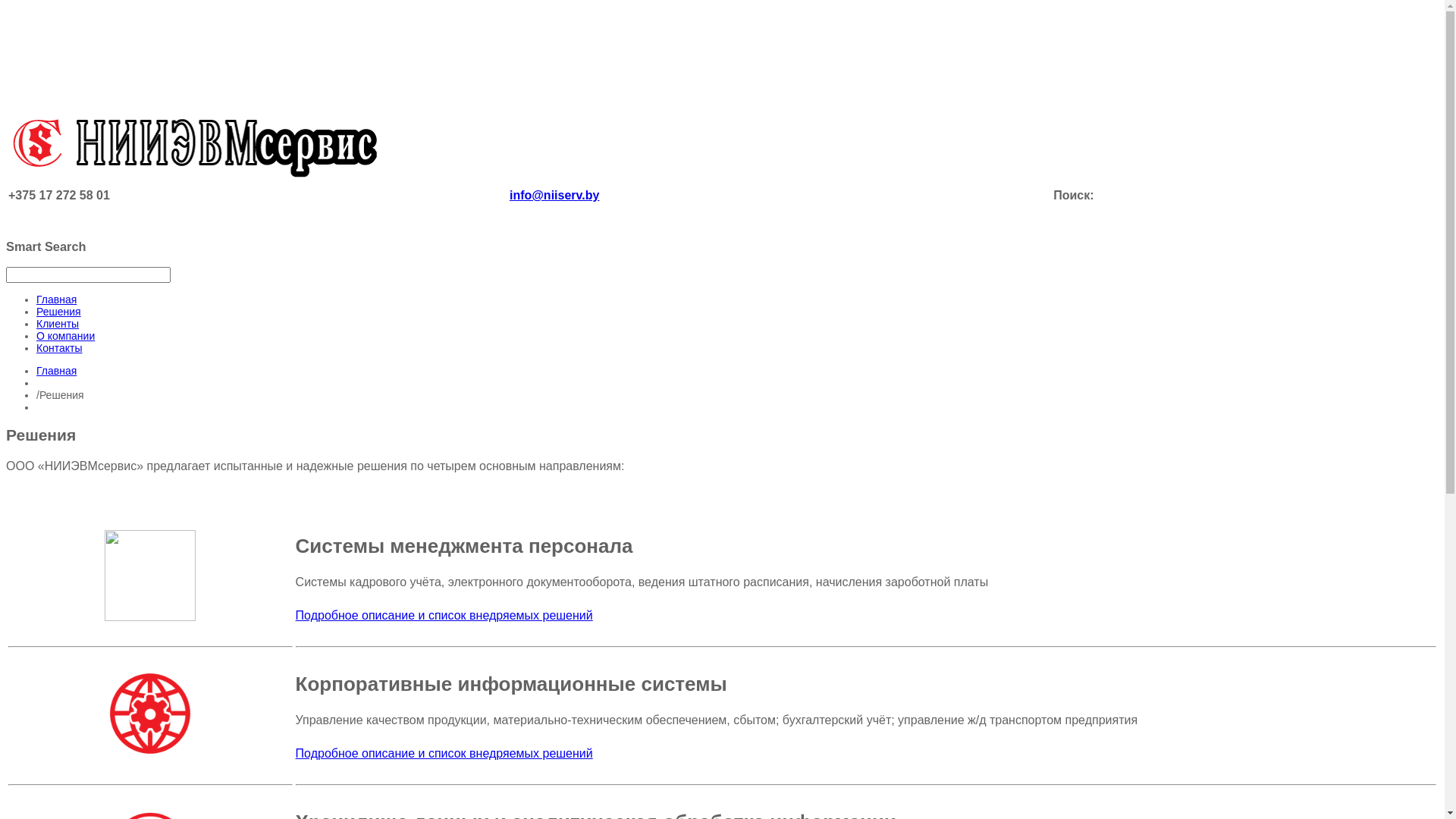  What do you see at coordinates (553, 194) in the screenshot?
I see `'info@niiserv.by'` at bounding box center [553, 194].